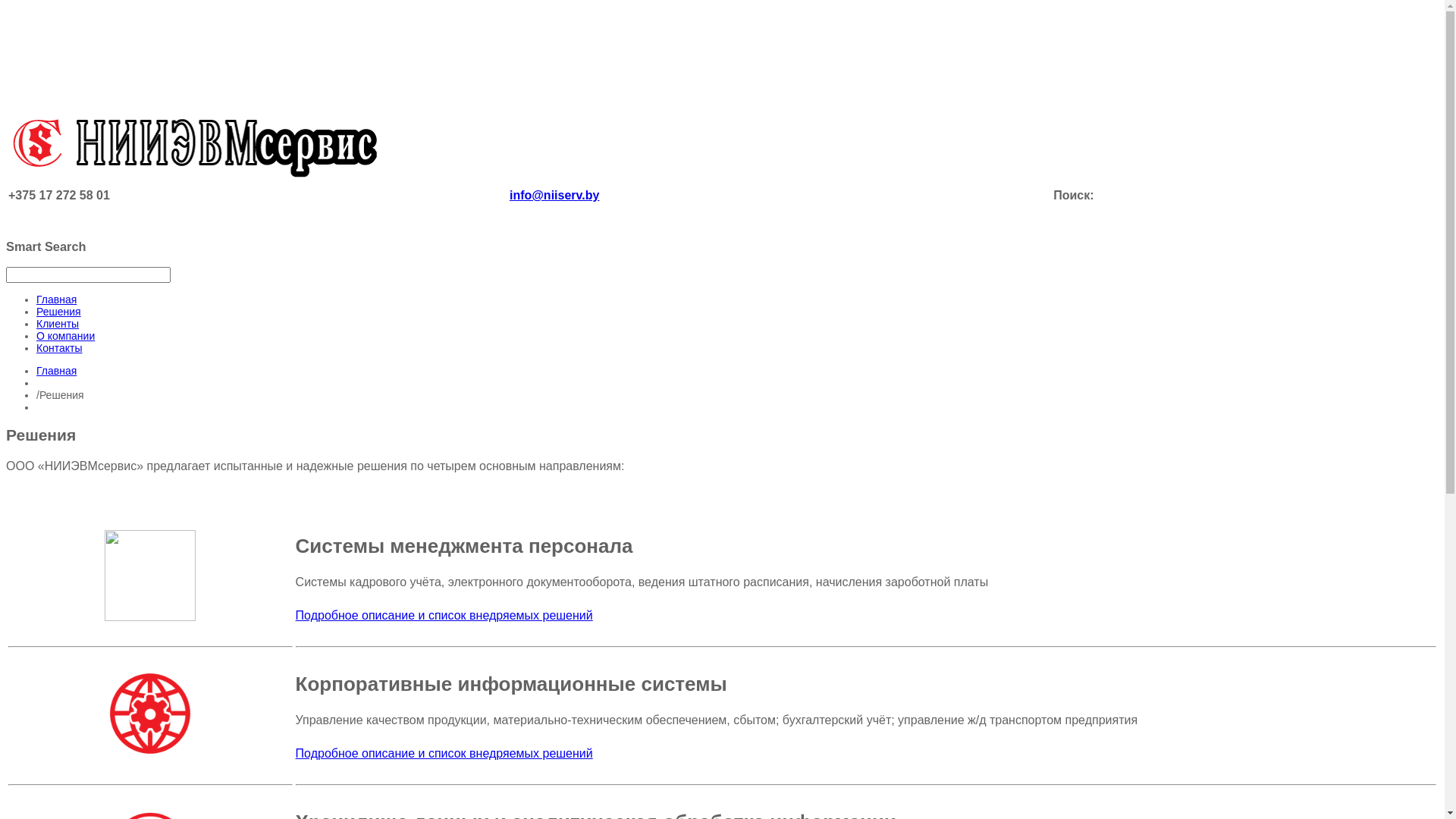  What do you see at coordinates (553, 194) in the screenshot?
I see `'info@niiserv.by'` at bounding box center [553, 194].